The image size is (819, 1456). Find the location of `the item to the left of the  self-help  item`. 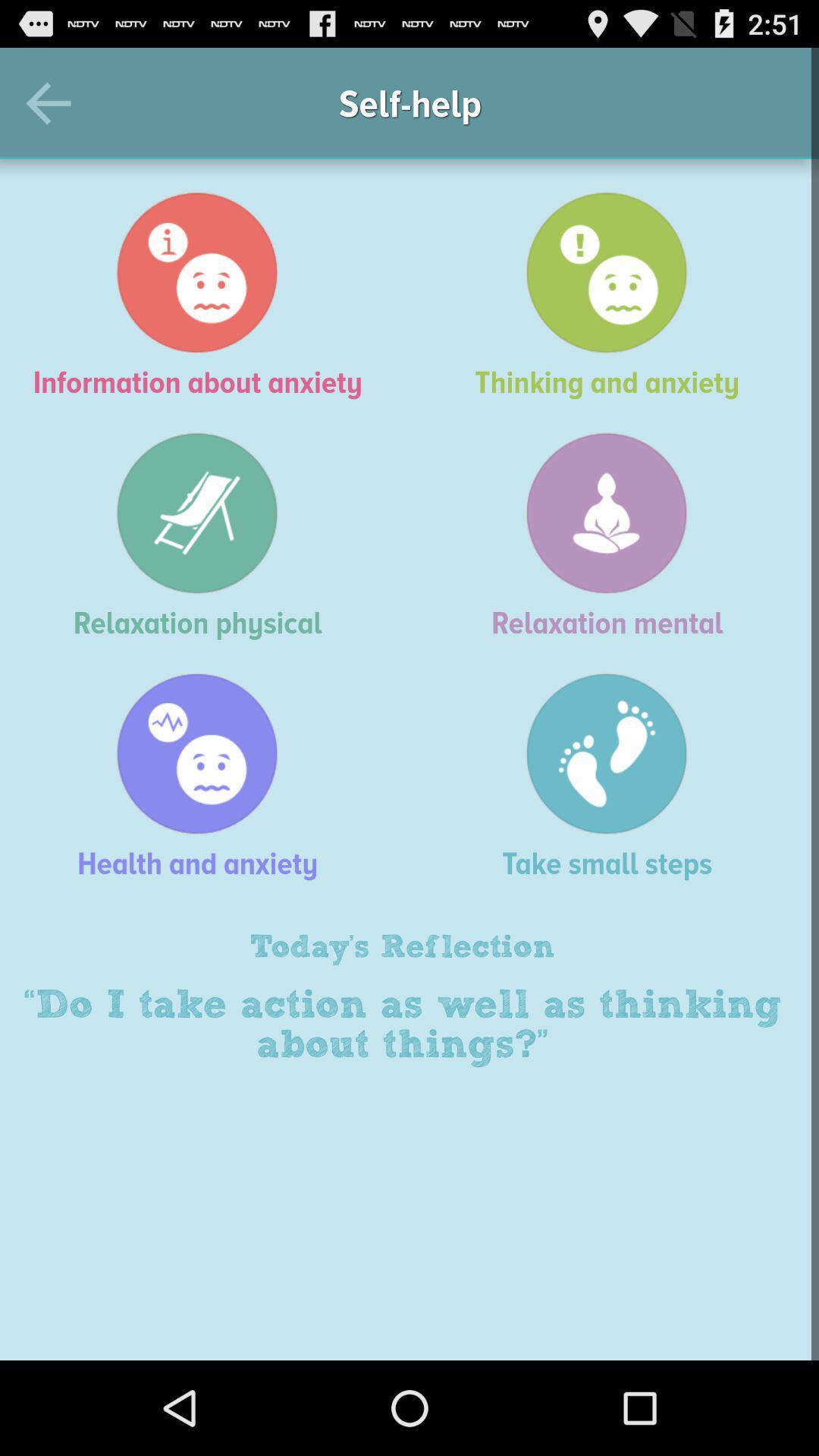

the item to the left of the  self-help  item is located at coordinates (55, 102).